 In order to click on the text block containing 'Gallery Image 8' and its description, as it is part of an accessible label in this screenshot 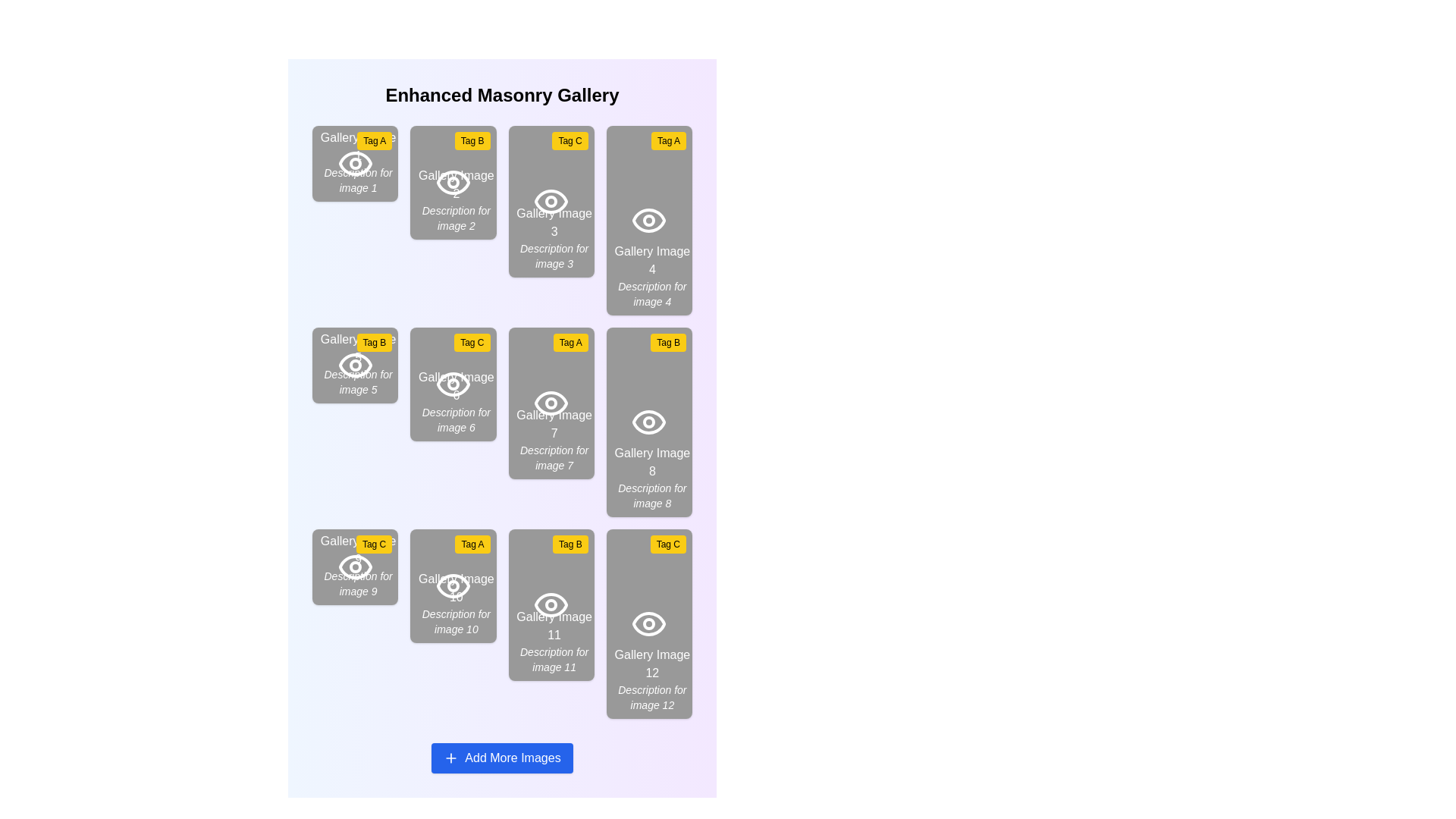, I will do `click(652, 476)`.